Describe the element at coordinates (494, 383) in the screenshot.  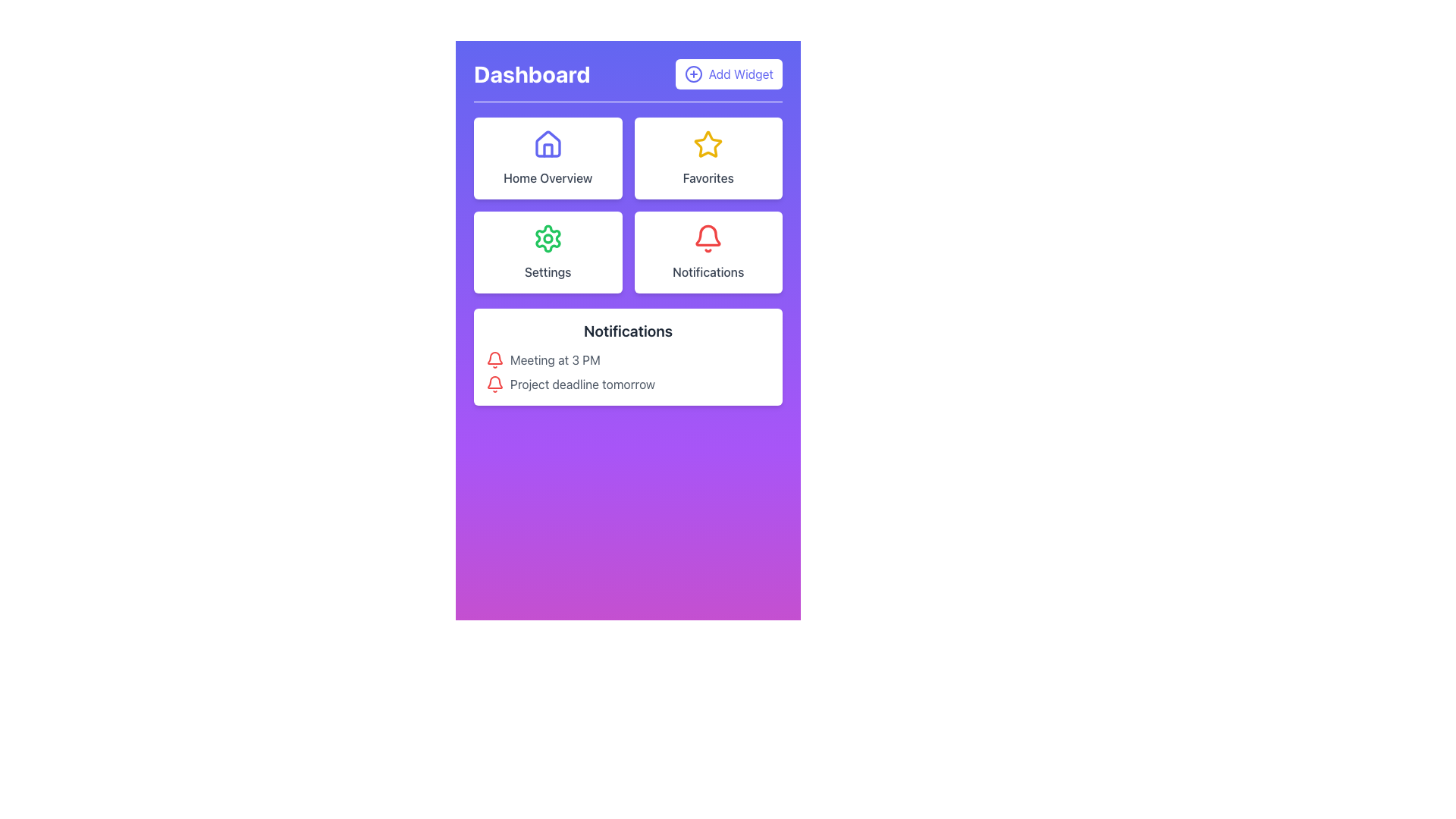
I see `the red bell icon representing notifications, located adjacent to the text 'Project deadline tomorrow'` at that location.